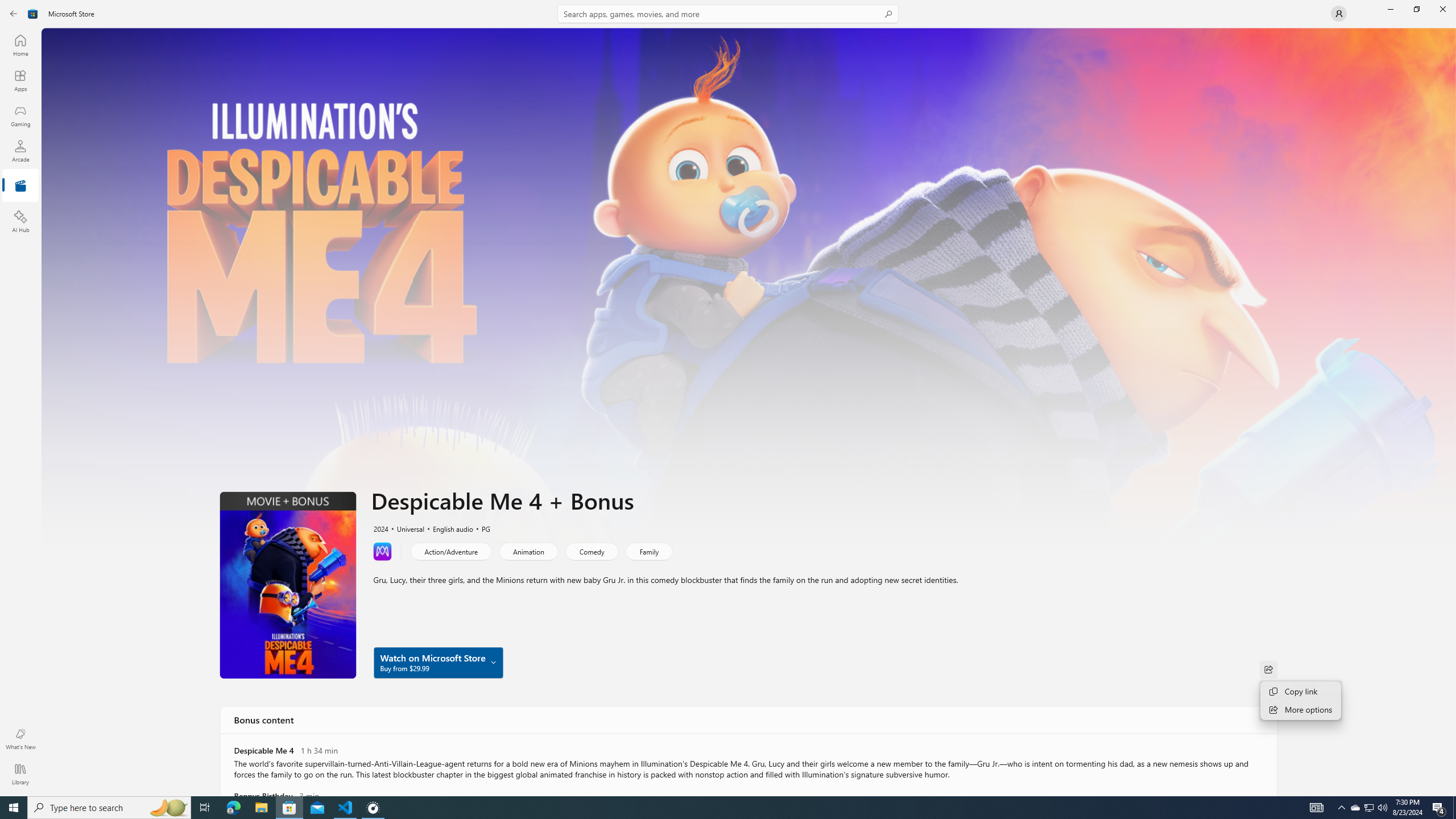  I want to click on 'Minimize Microsoft Store', so click(1389, 9).